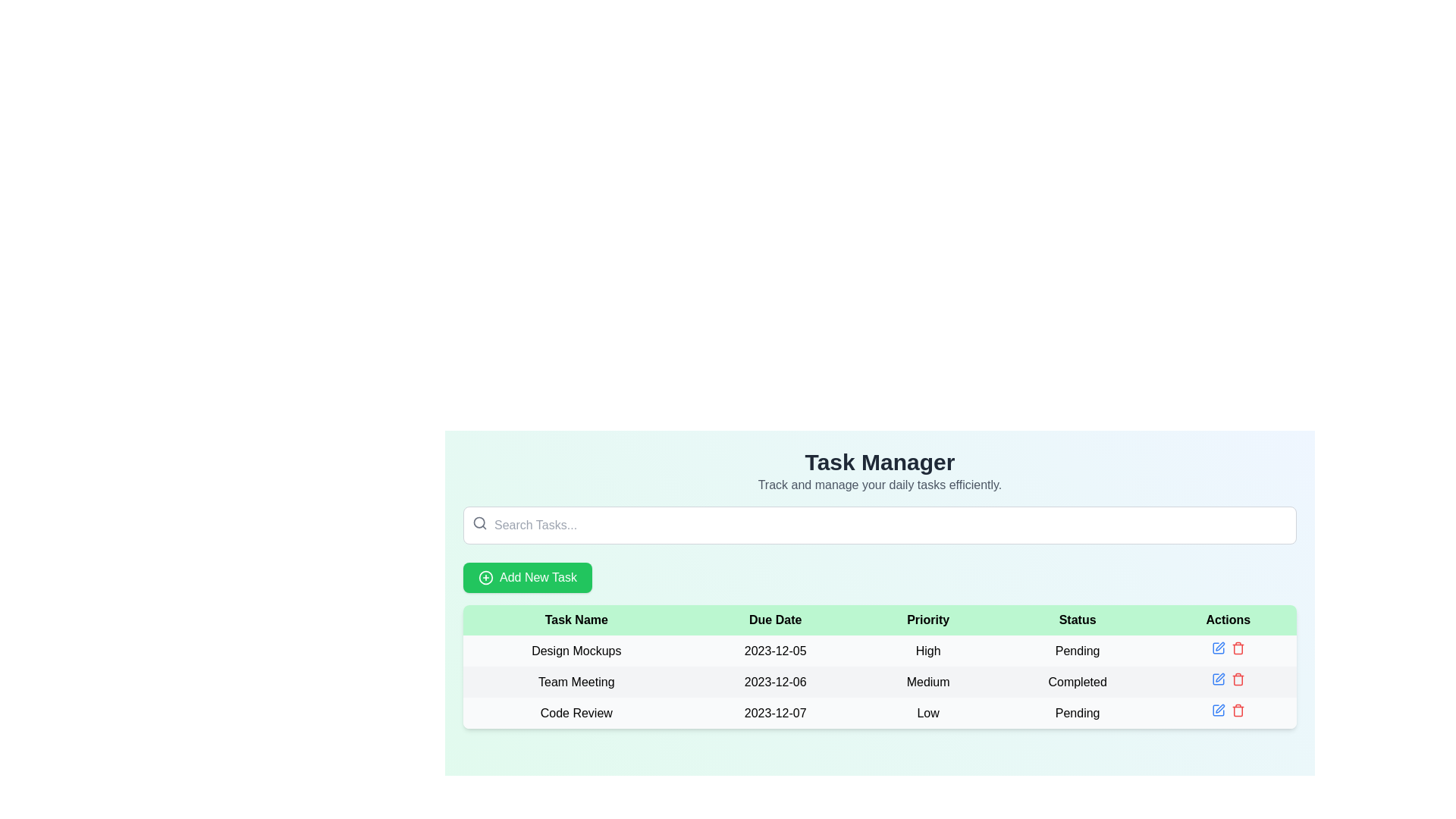  What do you see at coordinates (1238, 648) in the screenshot?
I see `the outline component of the trash can icon, which is part of the SVG in the 'Actions' column of the third row aligned with the 'Code Review' task` at bounding box center [1238, 648].